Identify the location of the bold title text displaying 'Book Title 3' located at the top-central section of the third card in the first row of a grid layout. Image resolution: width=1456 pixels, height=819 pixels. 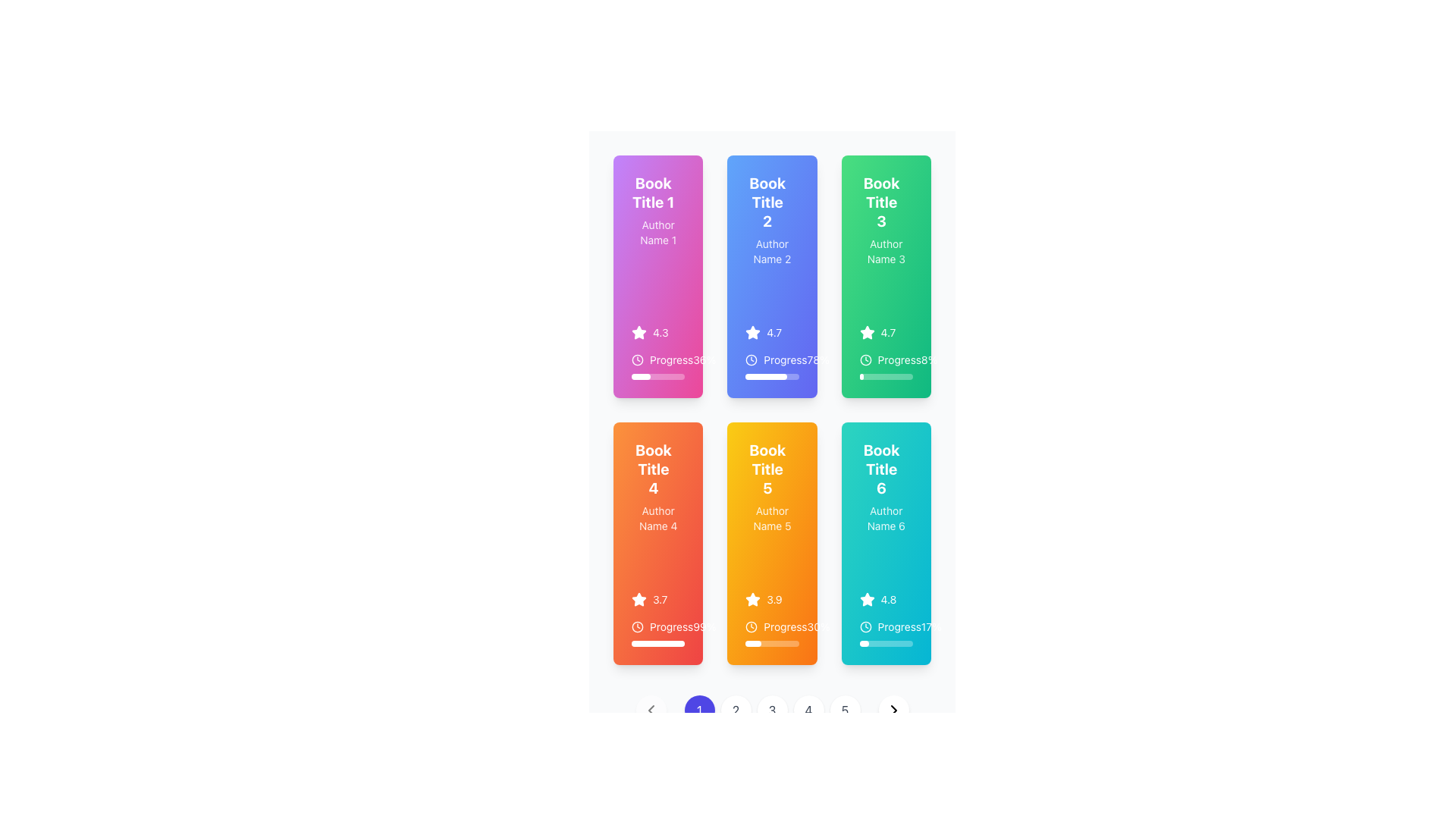
(886, 205).